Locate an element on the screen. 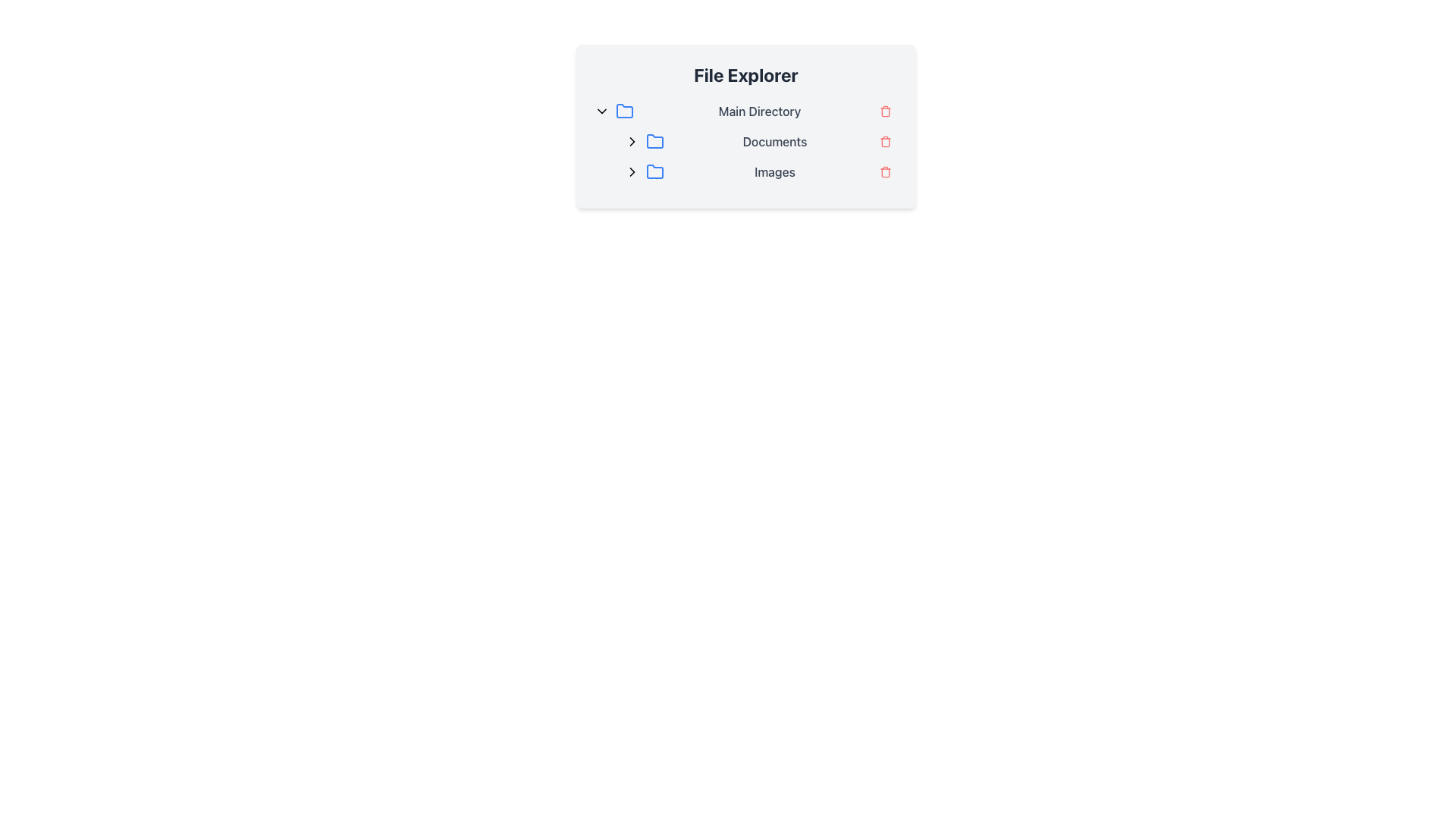 The height and width of the screenshot is (819, 1456). the trash bin icon button on the far right side of the 'Main Directory' row is located at coordinates (885, 110).